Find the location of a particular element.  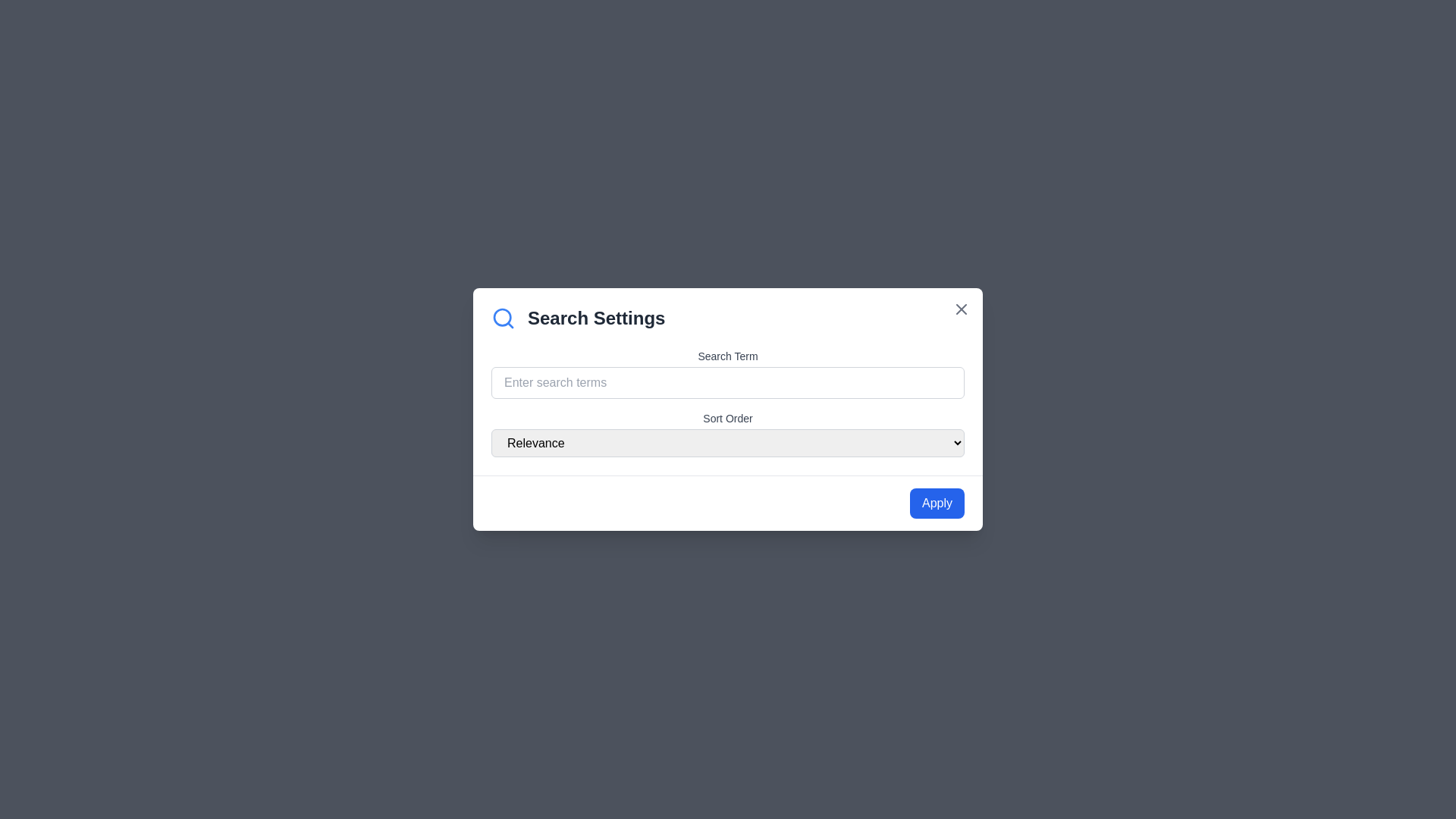

the small, X-shaped close button located at the top-right corner of the modal dialog box is located at coordinates (960, 309).